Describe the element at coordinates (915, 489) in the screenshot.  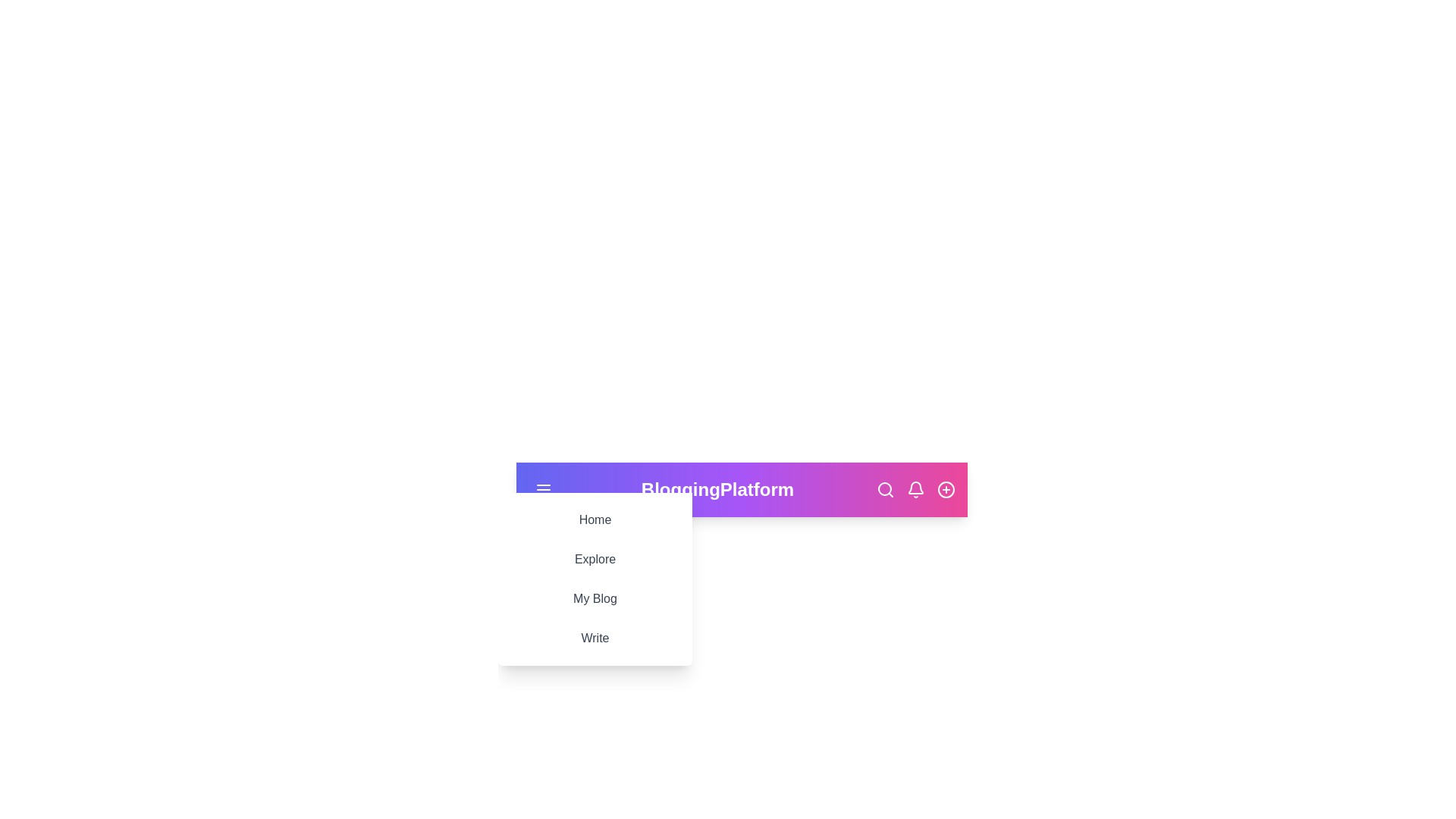
I see `the notification bell icon` at that location.